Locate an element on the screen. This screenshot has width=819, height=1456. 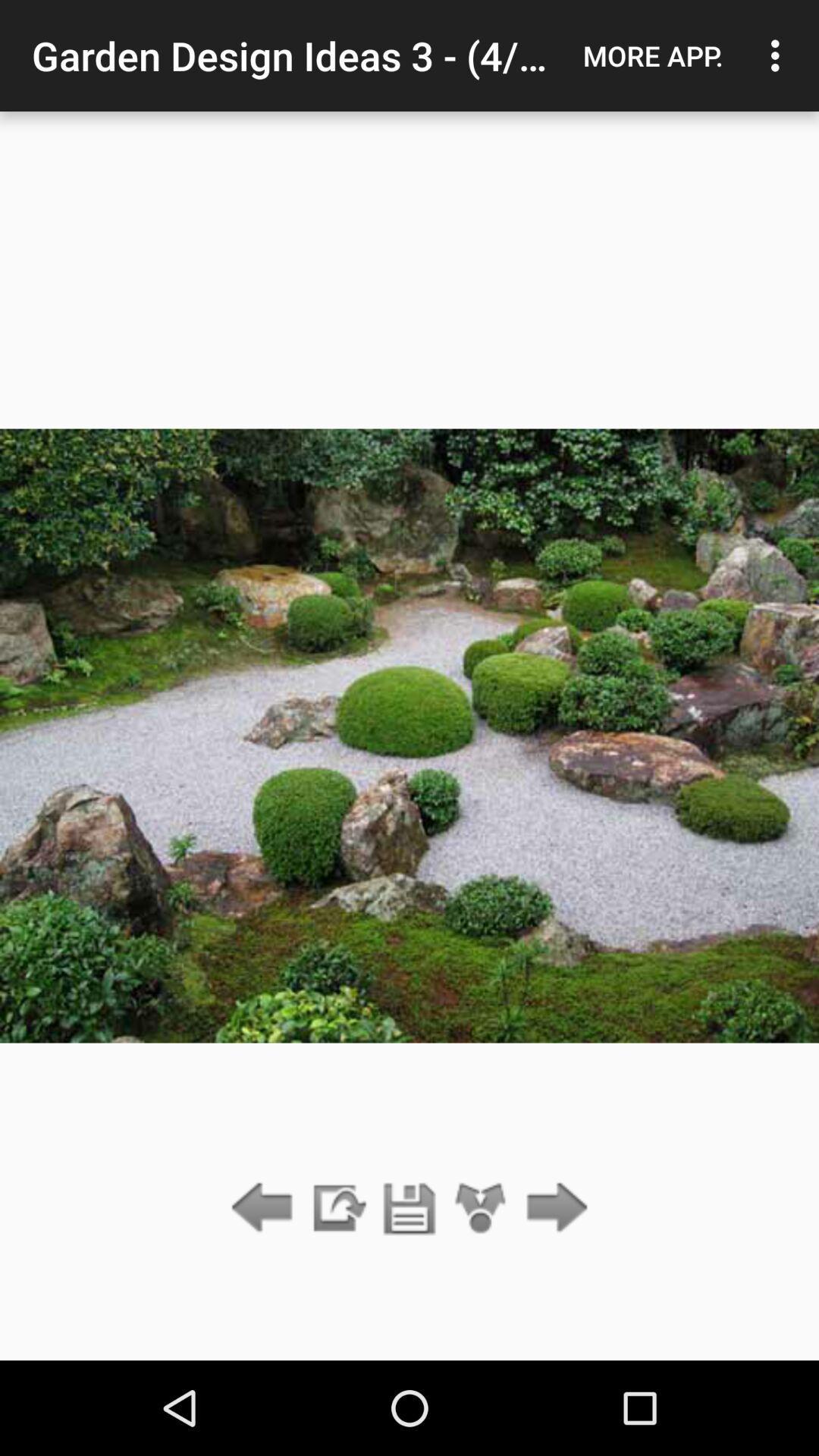
go forward is located at coordinates (553, 1208).